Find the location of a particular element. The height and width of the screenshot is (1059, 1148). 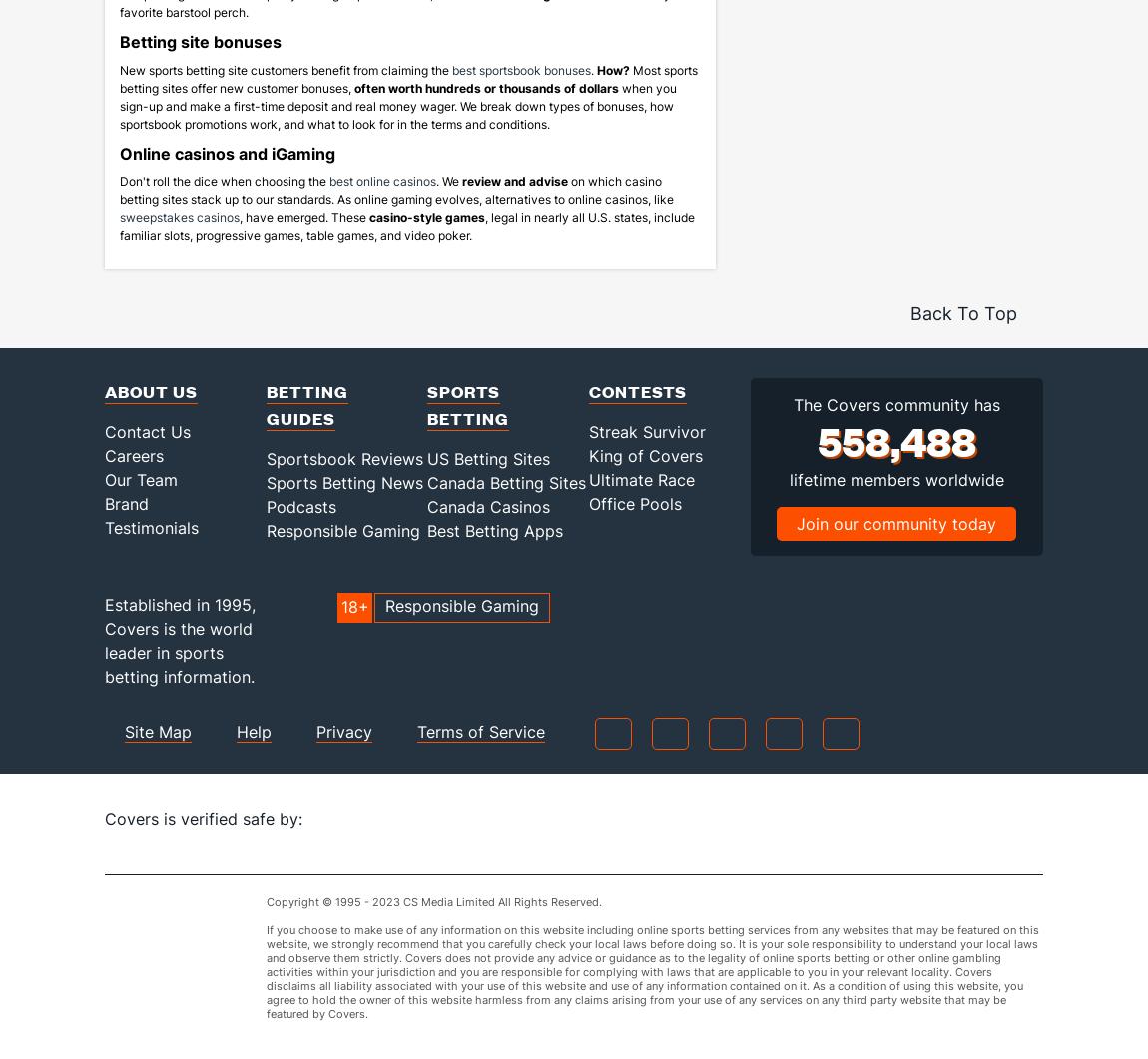

'when you sign-up and make a first-time deposit and real money wager. We break down types of bonuses, how sportsbook promotions work, and what to look for in the terms and conditions.' is located at coordinates (398, 105).